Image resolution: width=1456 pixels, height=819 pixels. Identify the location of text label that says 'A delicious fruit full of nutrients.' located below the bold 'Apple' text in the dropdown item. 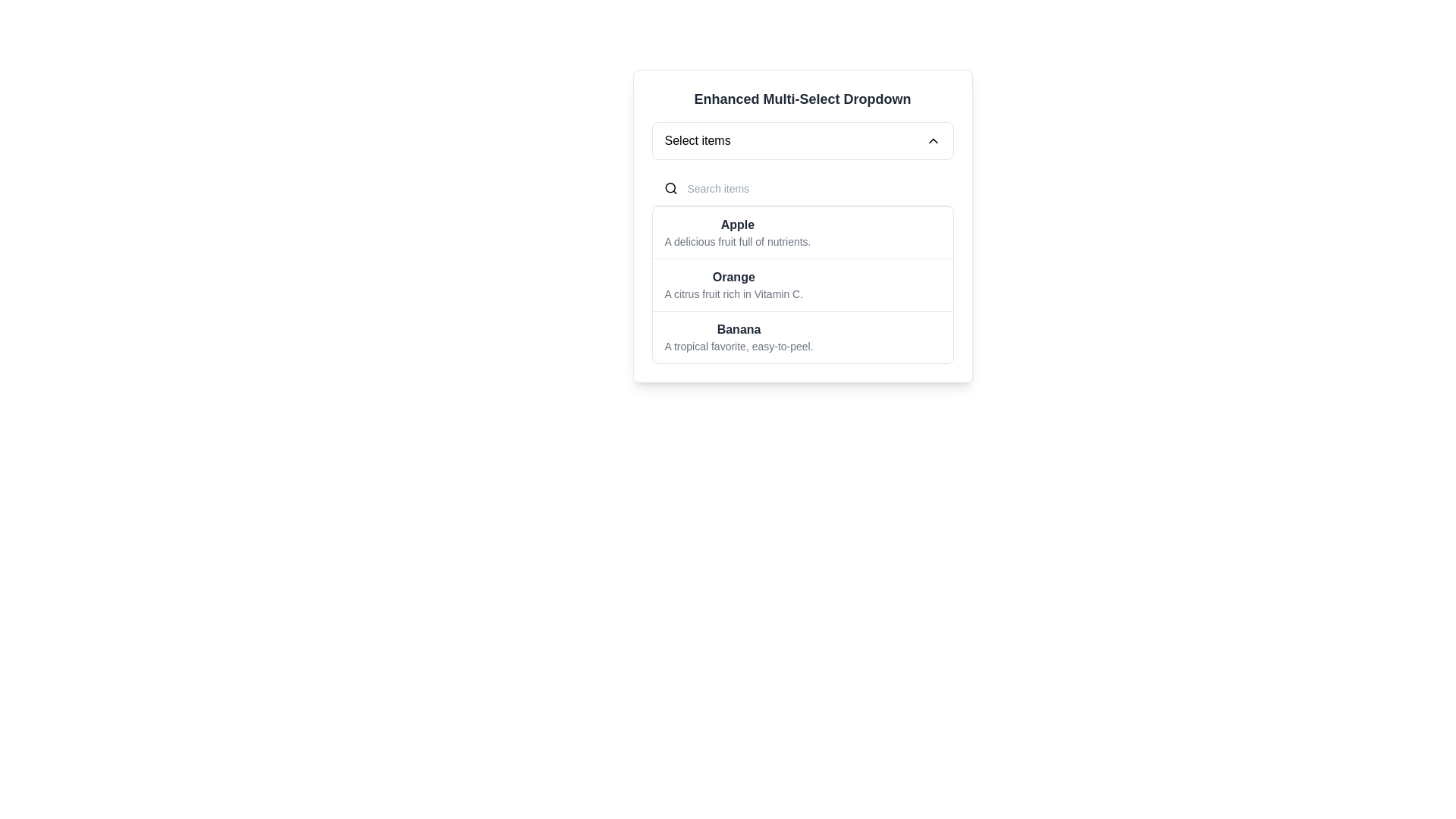
(738, 241).